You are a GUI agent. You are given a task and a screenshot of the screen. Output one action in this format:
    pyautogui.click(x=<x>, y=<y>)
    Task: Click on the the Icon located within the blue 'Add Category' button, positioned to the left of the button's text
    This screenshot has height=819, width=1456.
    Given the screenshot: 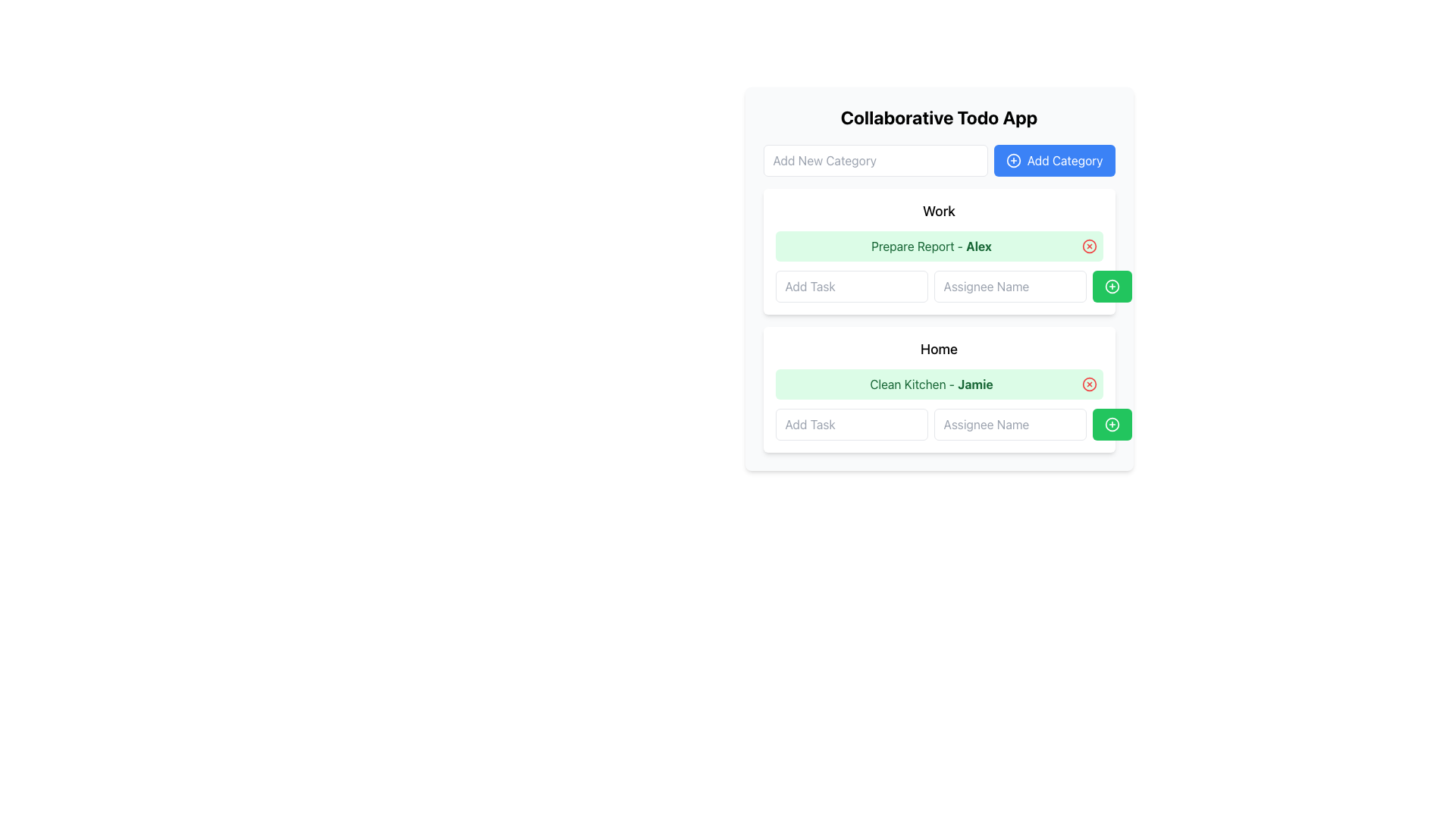 What is the action you would take?
    pyautogui.click(x=1013, y=161)
    